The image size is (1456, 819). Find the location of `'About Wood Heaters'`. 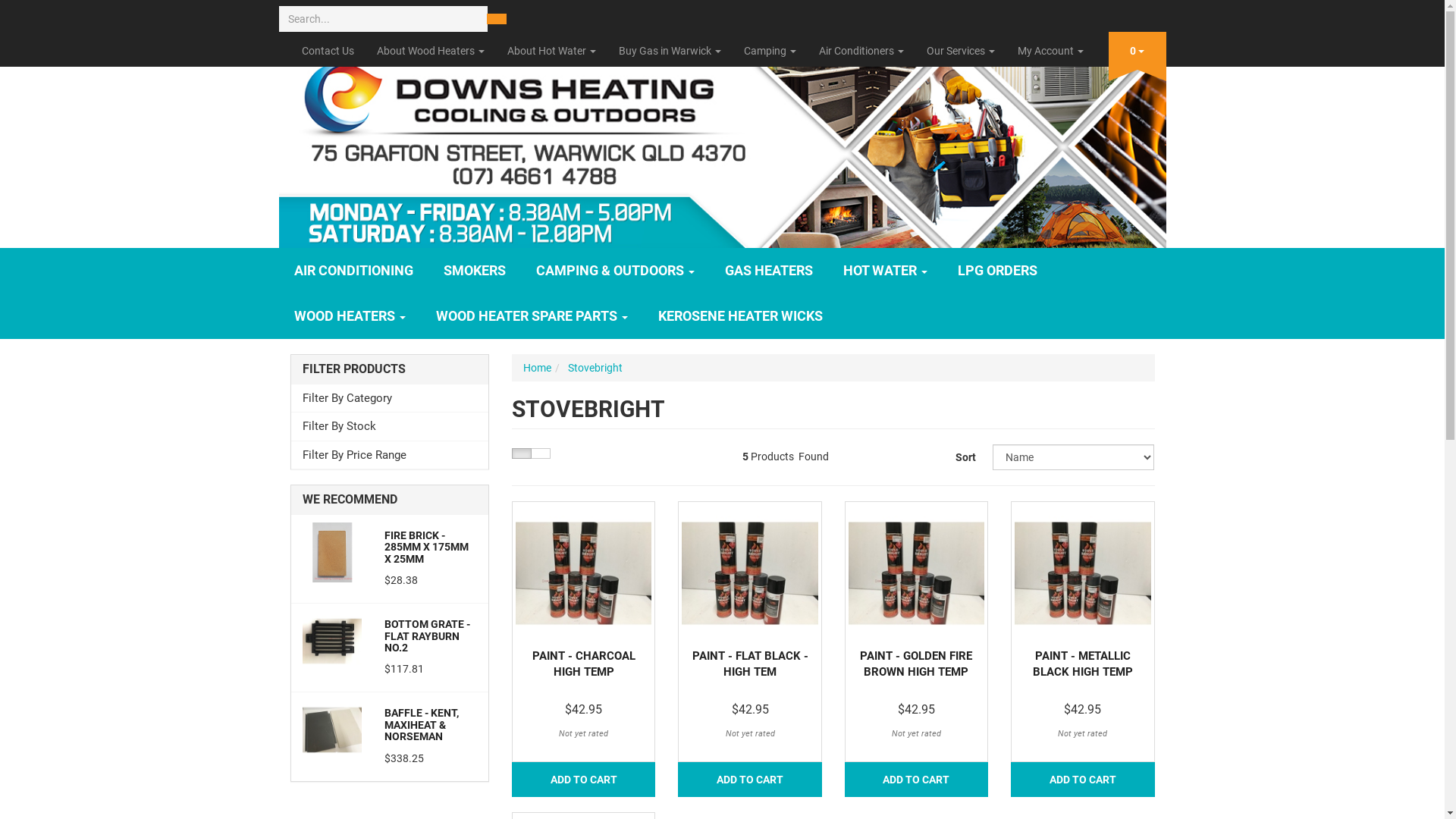

'About Wood Heaters' is located at coordinates (429, 49).